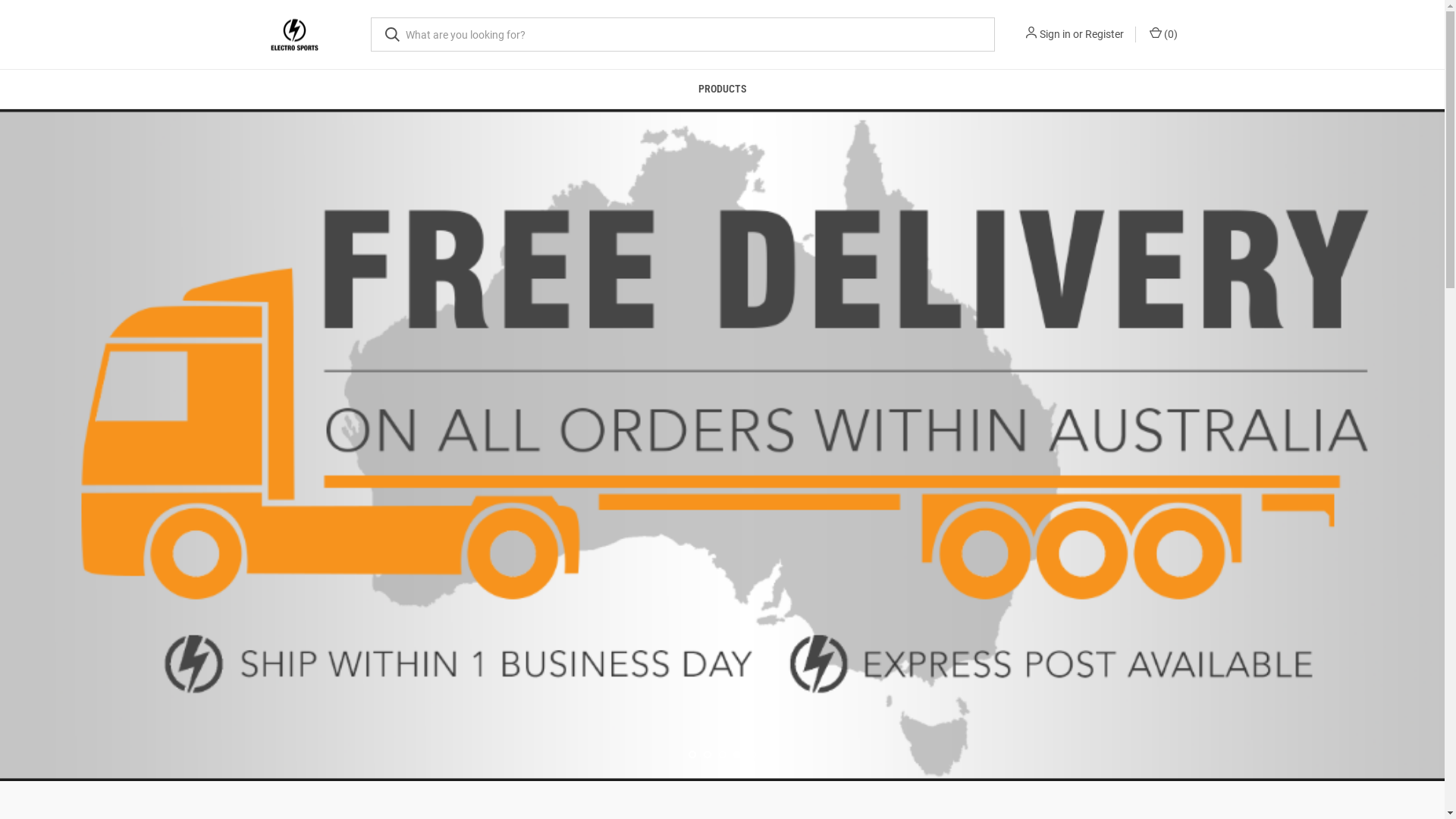  Describe the element at coordinates (1053, 34) in the screenshot. I see `'Sign in'` at that location.